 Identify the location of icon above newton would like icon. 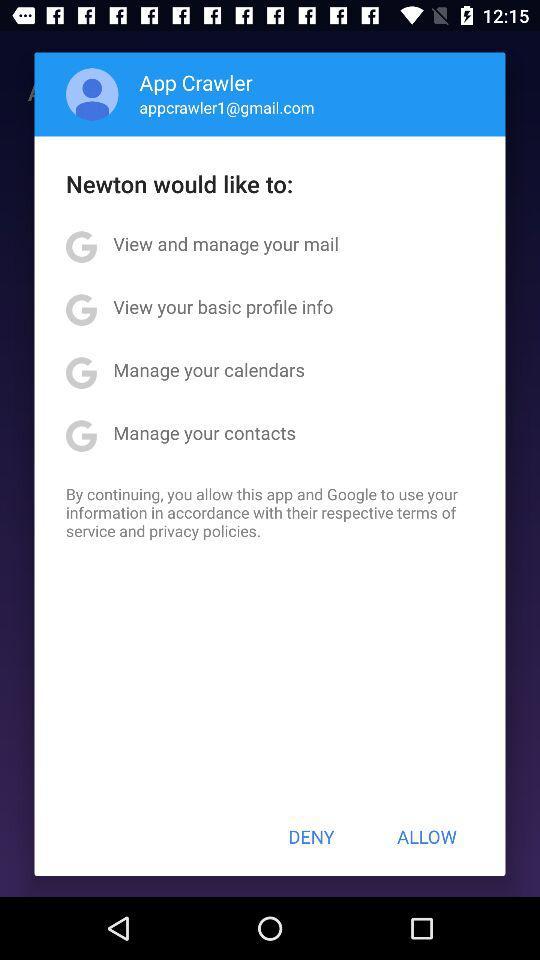
(91, 94).